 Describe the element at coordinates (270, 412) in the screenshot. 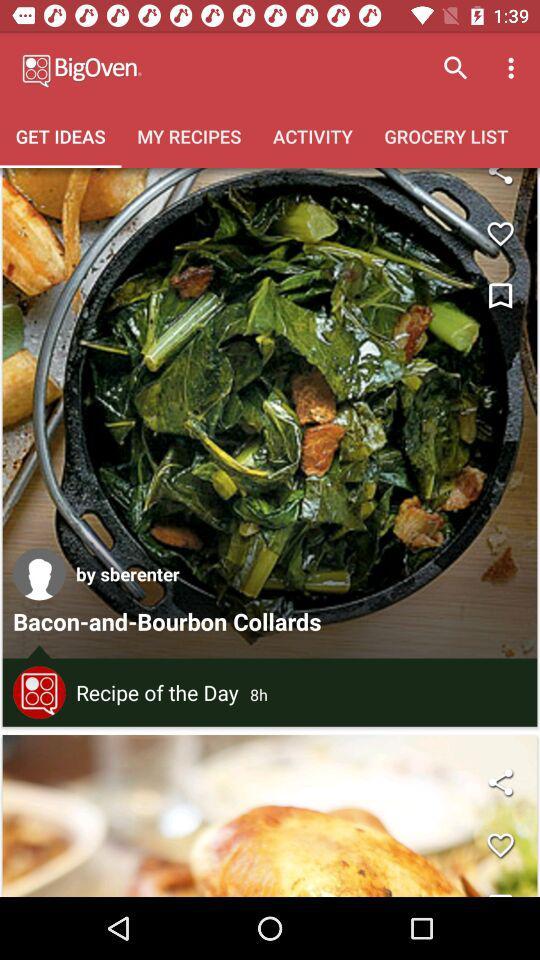

I see `see a recipe` at that location.